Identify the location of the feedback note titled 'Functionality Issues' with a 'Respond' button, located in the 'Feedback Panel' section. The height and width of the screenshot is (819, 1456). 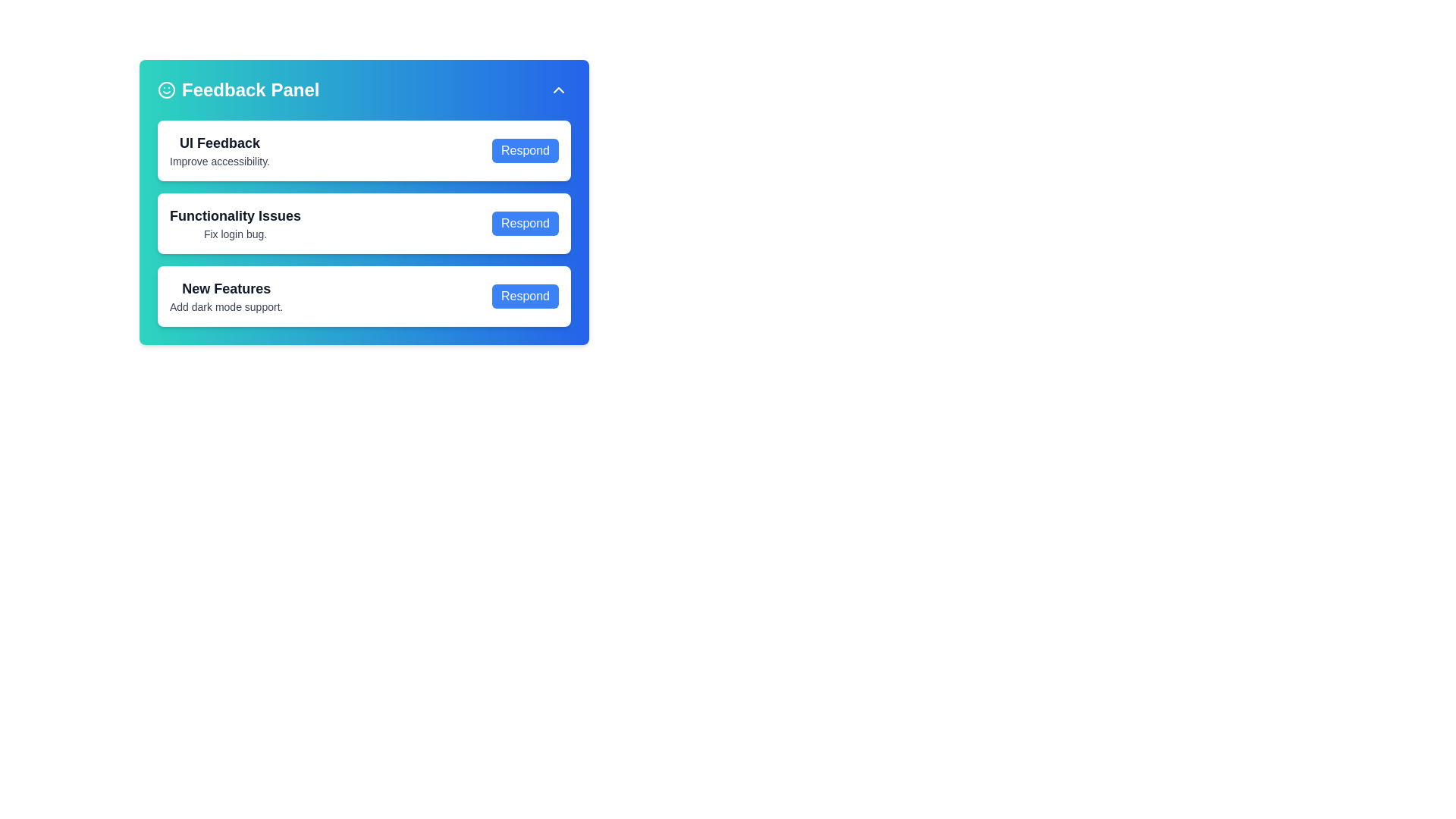
(364, 223).